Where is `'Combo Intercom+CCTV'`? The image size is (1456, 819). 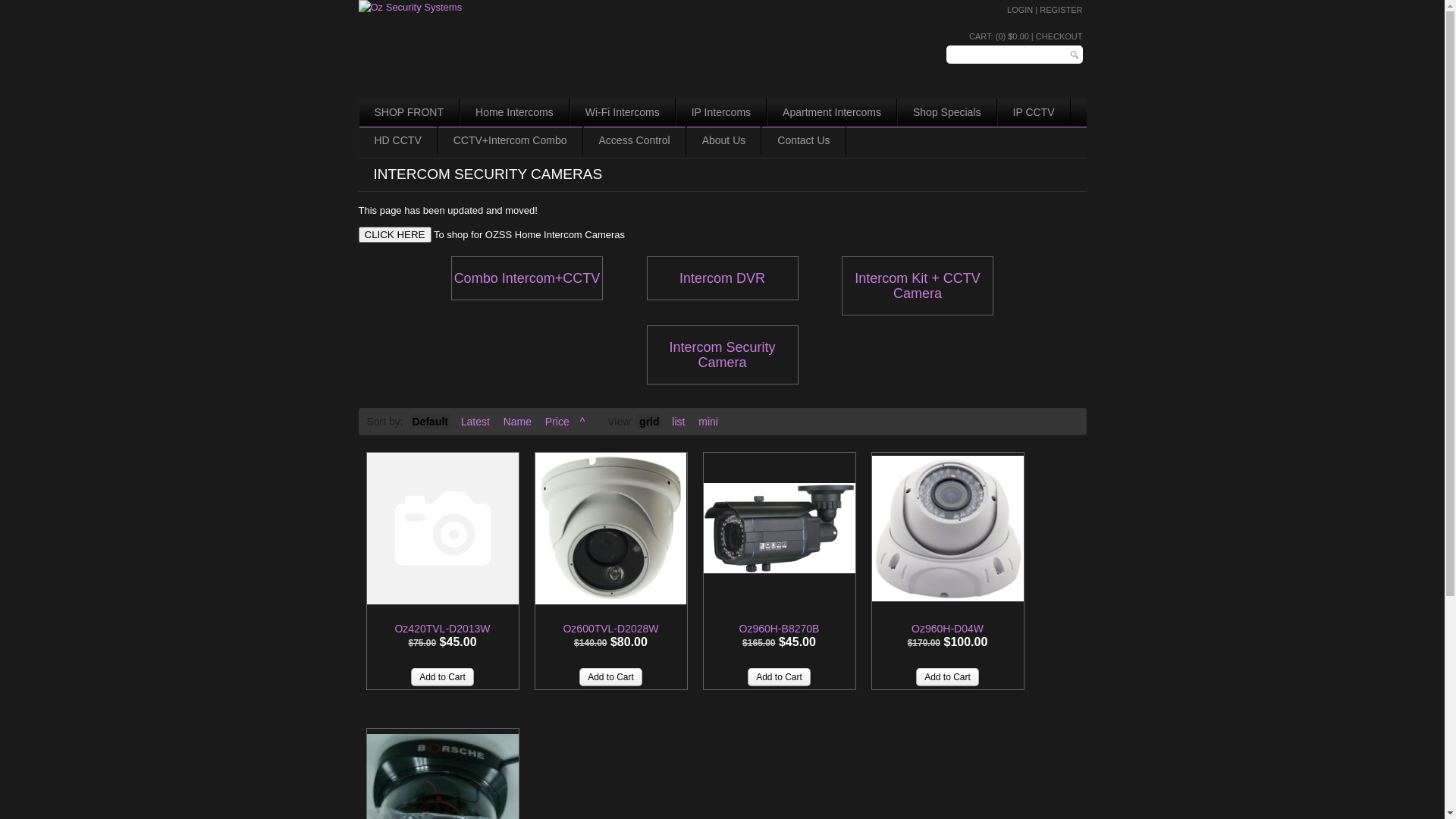 'Combo Intercom+CCTV' is located at coordinates (527, 278).